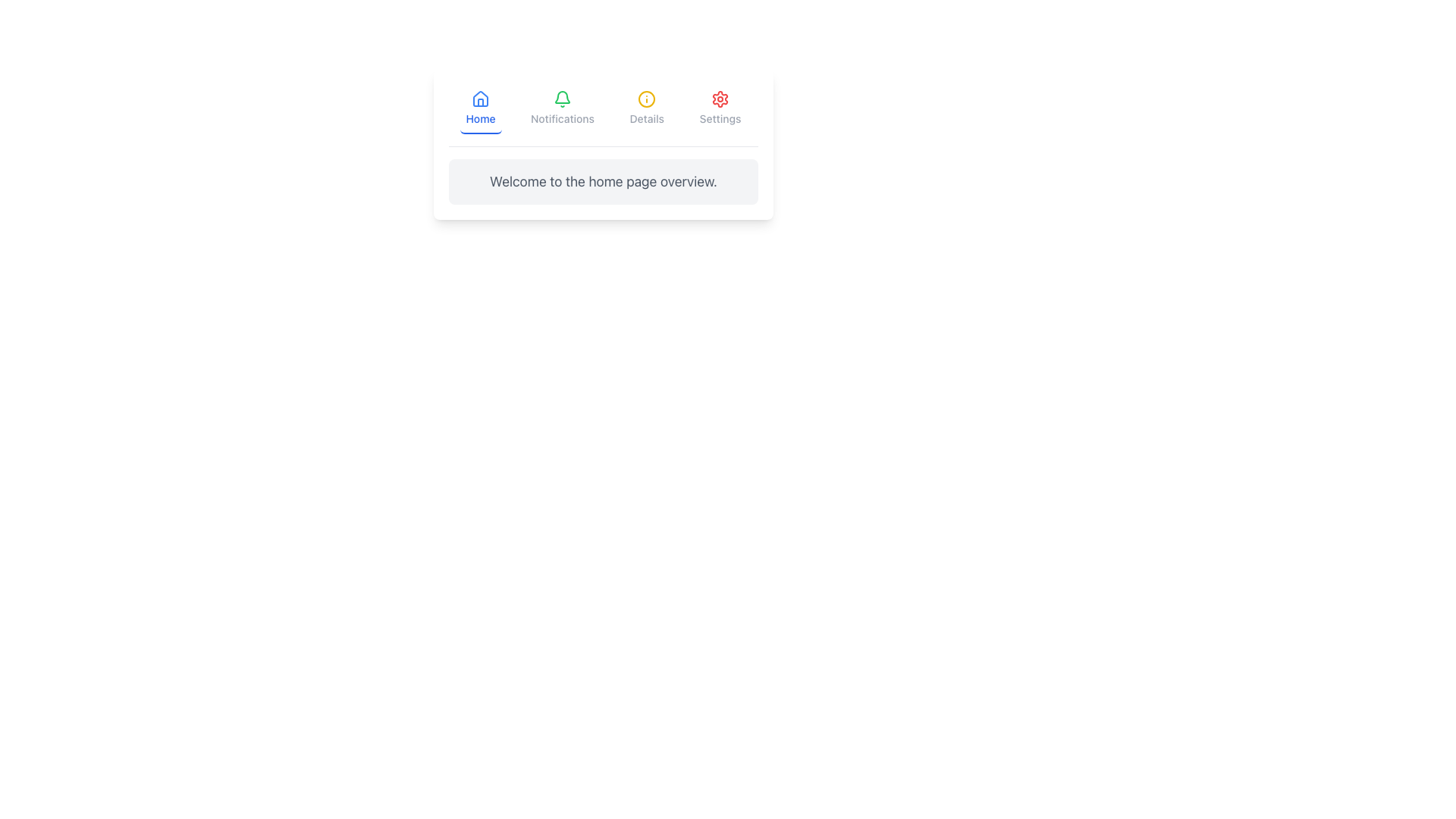 This screenshot has height=819, width=1456. Describe the element at coordinates (562, 108) in the screenshot. I see `the notifications button located in the horizontal navigation bar, positioned second from the left between the 'Home' and 'Details' elements` at that location.